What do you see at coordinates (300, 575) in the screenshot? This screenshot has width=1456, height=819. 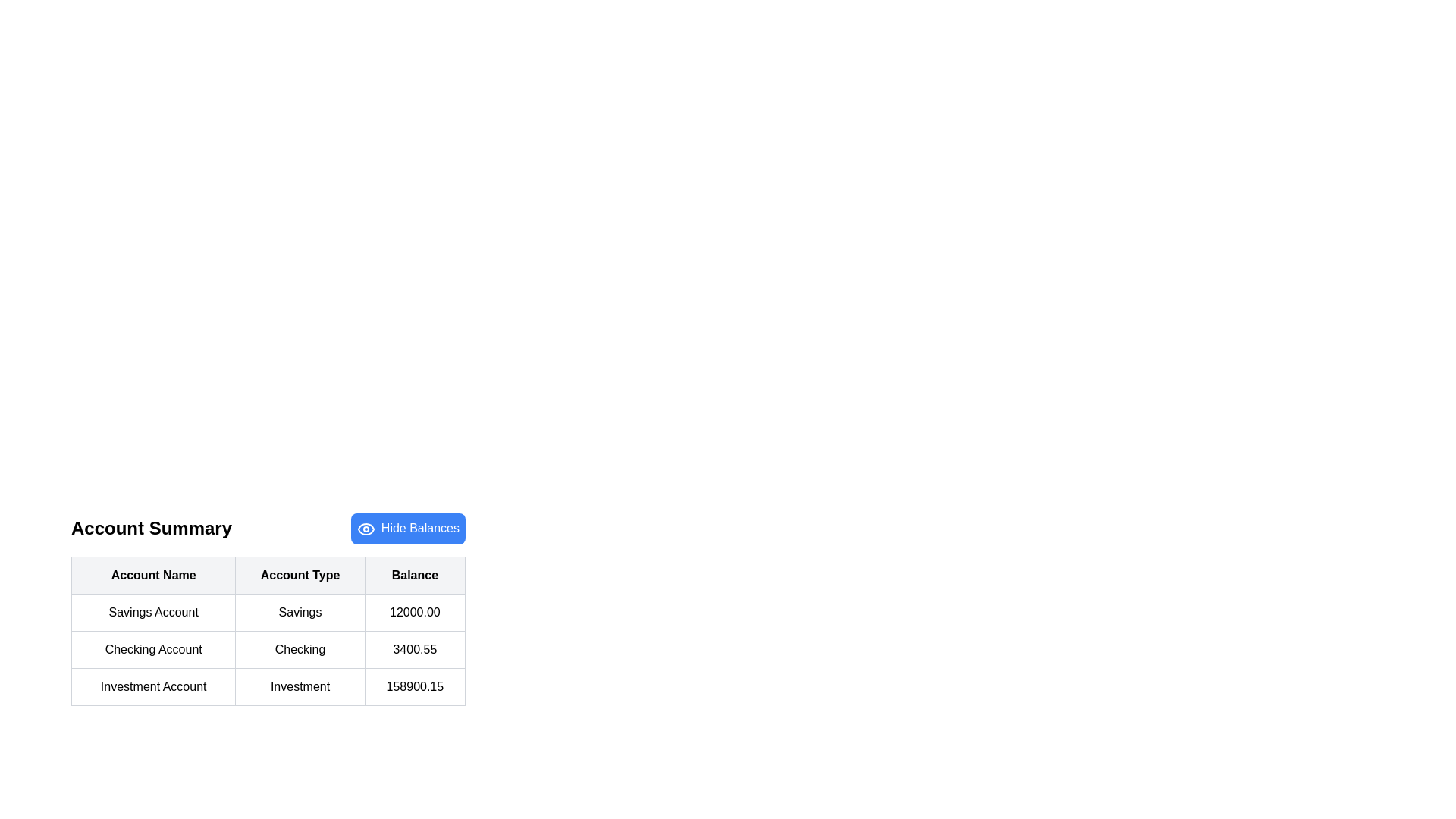 I see `the Table Header Cell for the 'Account Type' column` at bounding box center [300, 575].